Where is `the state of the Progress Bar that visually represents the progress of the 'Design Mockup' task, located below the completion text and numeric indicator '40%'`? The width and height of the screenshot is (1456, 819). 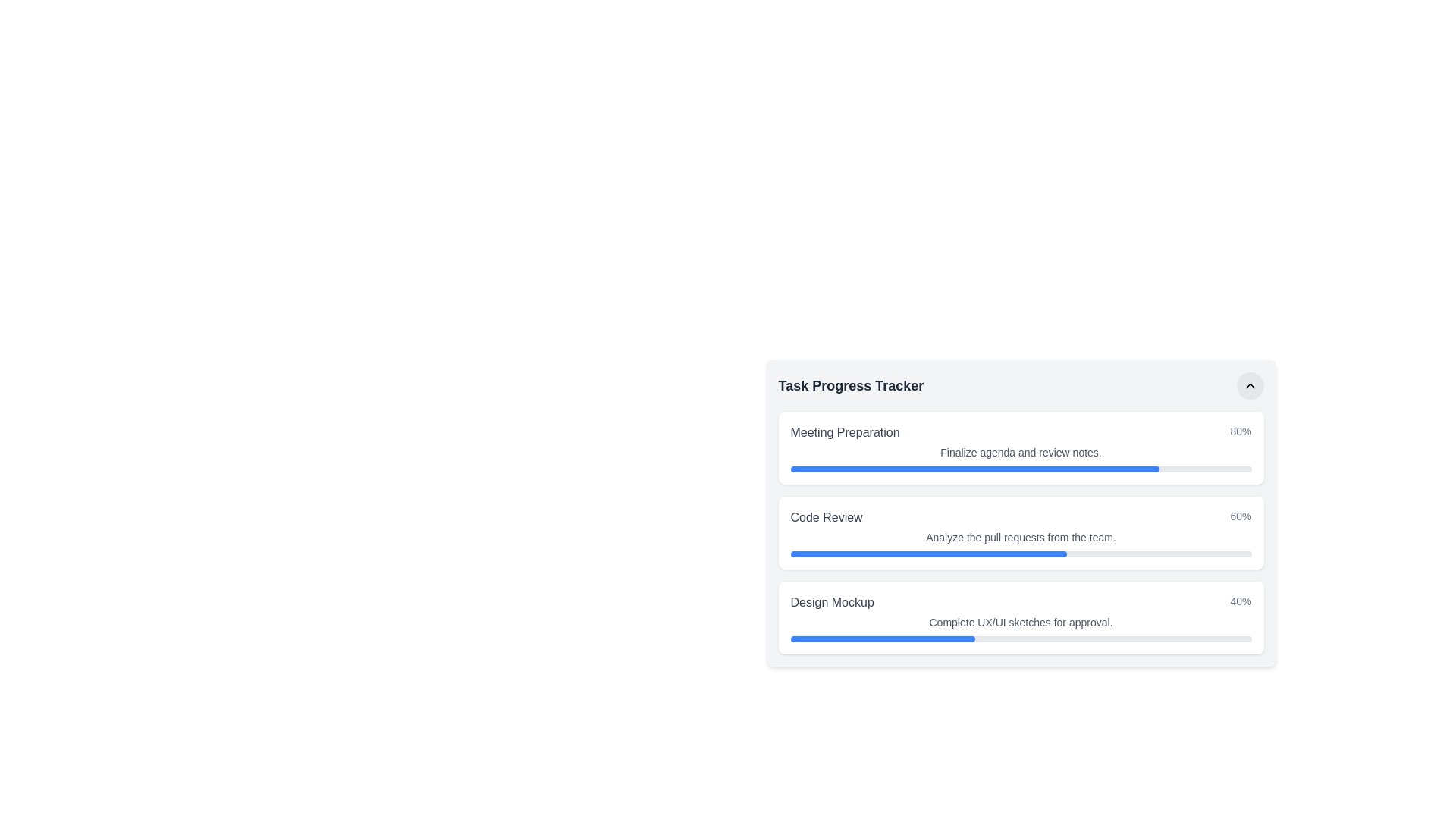
the state of the Progress Bar that visually represents the progress of the 'Design Mockup' task, located below the completion text and numeric indicator '40%' is located at coordinates (1021, 639).